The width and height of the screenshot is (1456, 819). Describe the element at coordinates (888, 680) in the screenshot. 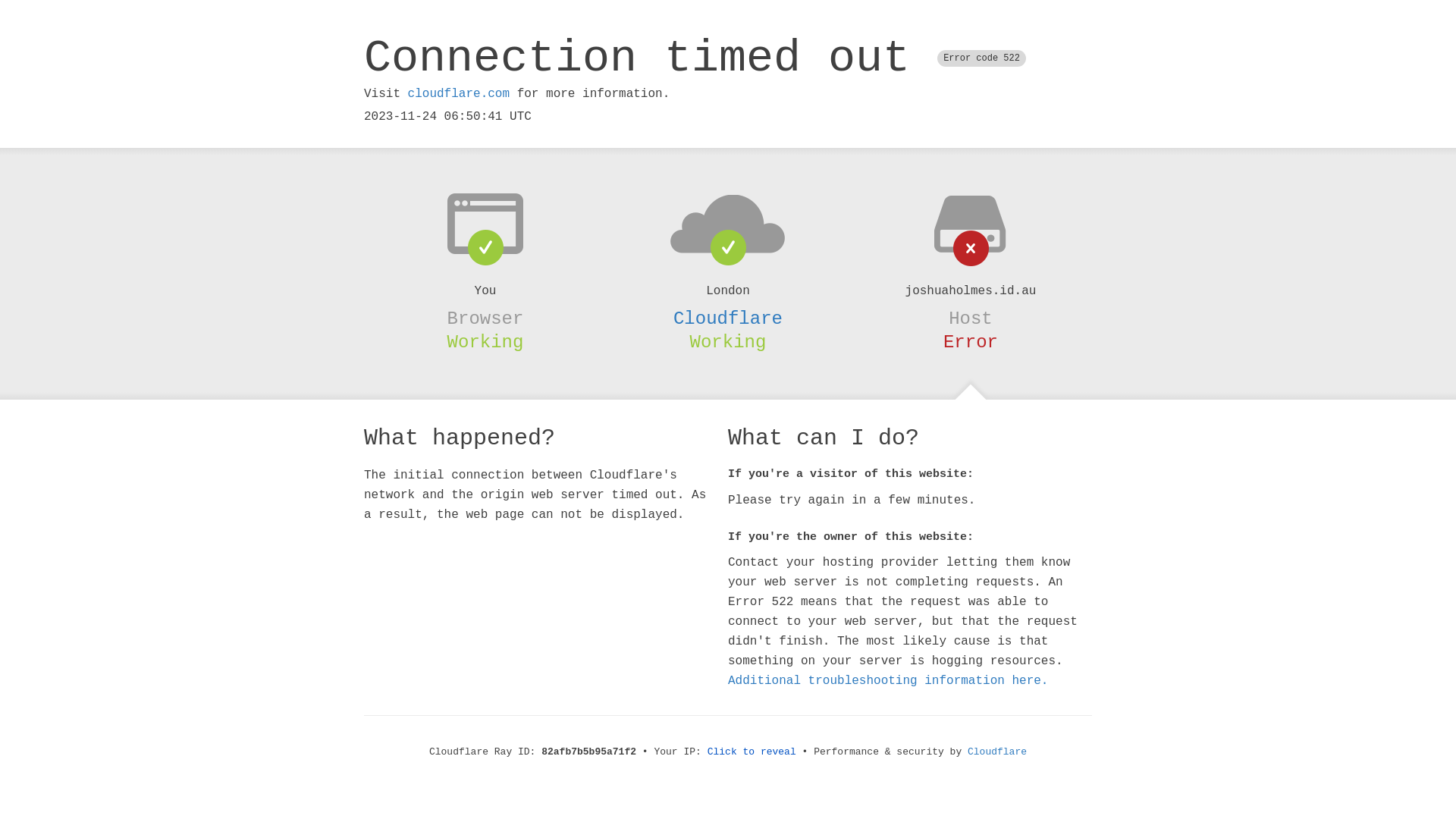

I see `'Additional troubleshooting information here.'` at that location.